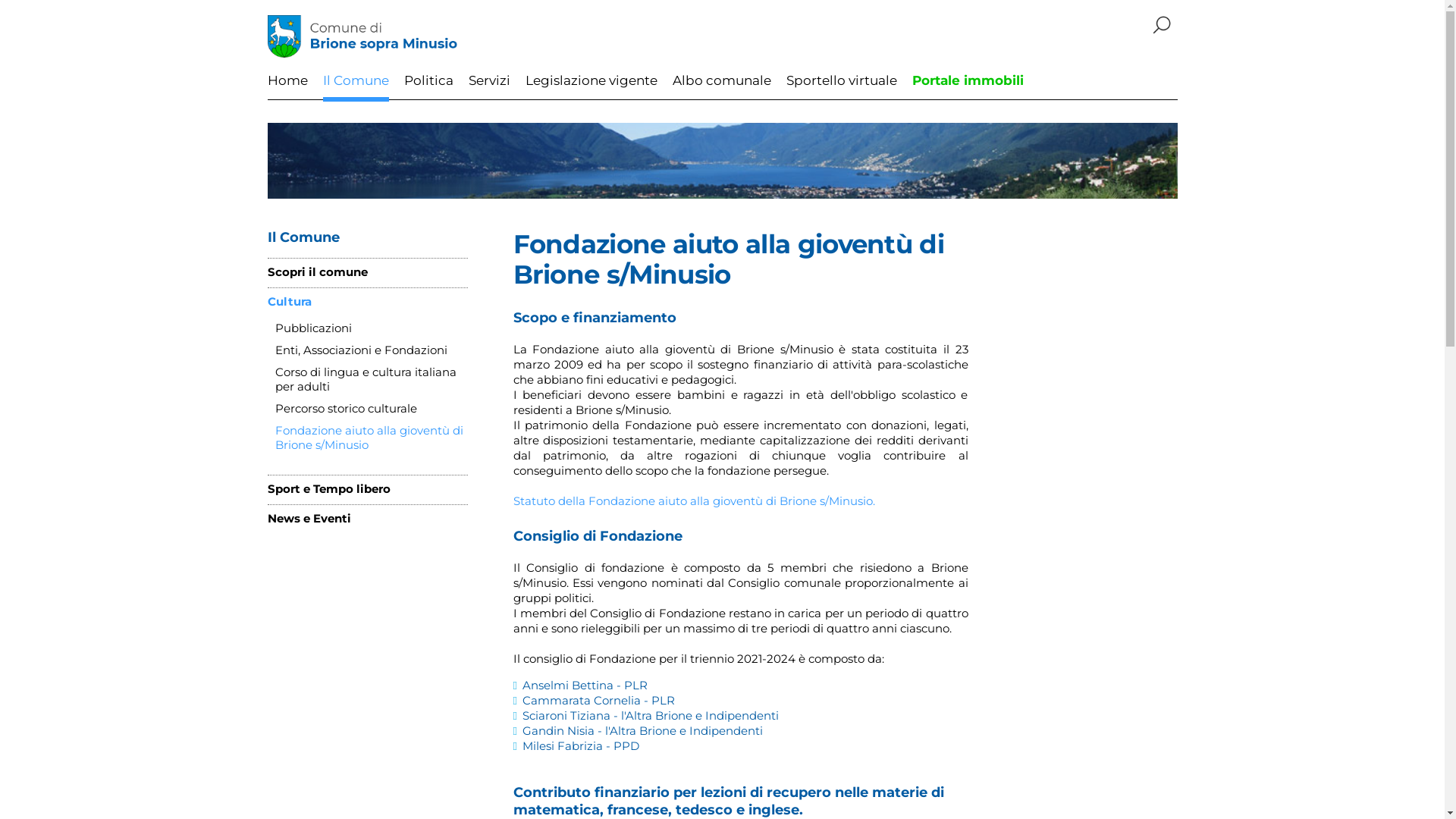  I want to click on 'Scopri il comune', so click(315, 271).